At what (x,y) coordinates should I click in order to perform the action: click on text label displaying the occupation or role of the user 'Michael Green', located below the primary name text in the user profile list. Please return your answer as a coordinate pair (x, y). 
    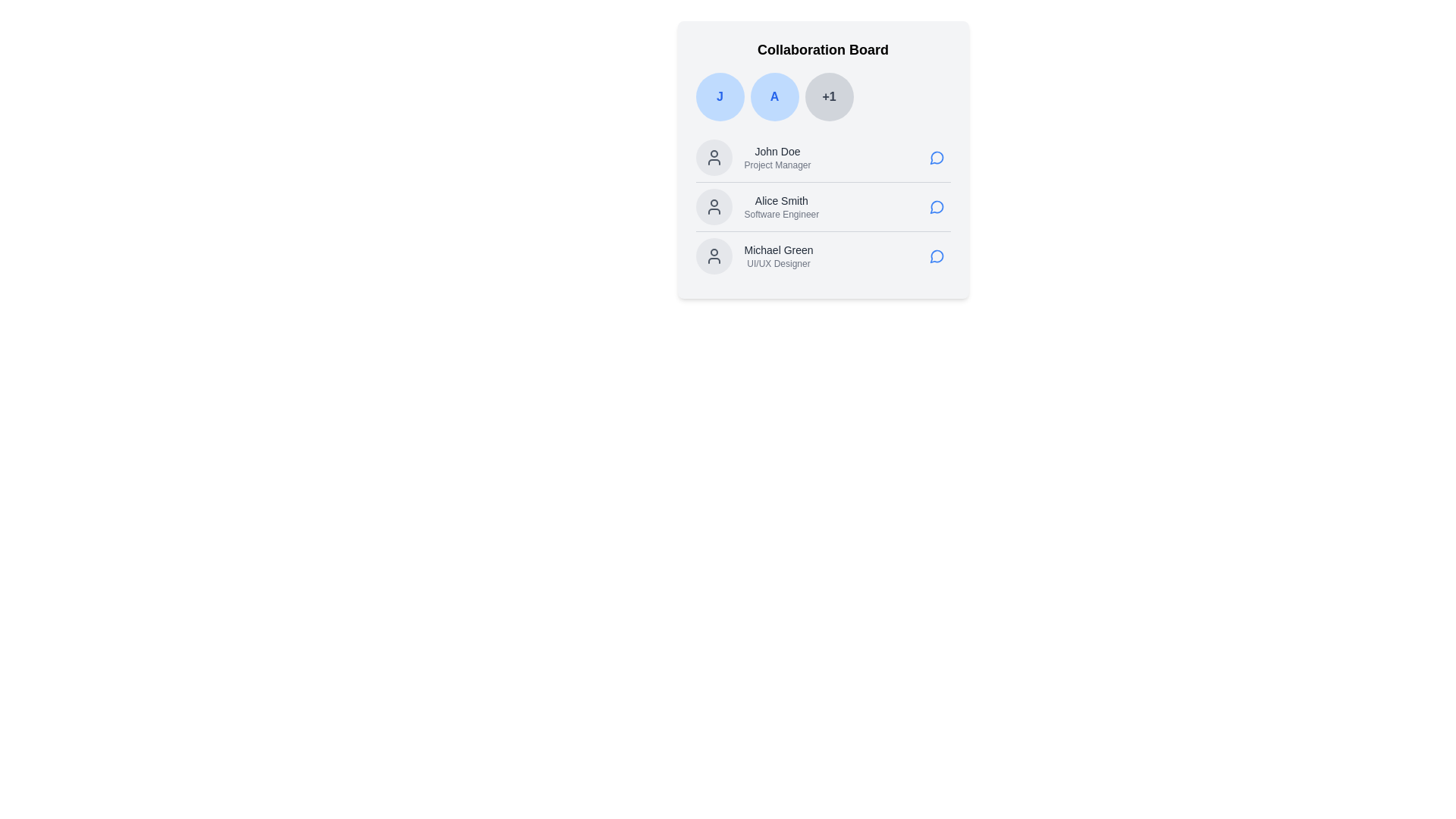
    Looking at the image, I should click on (779, 262).